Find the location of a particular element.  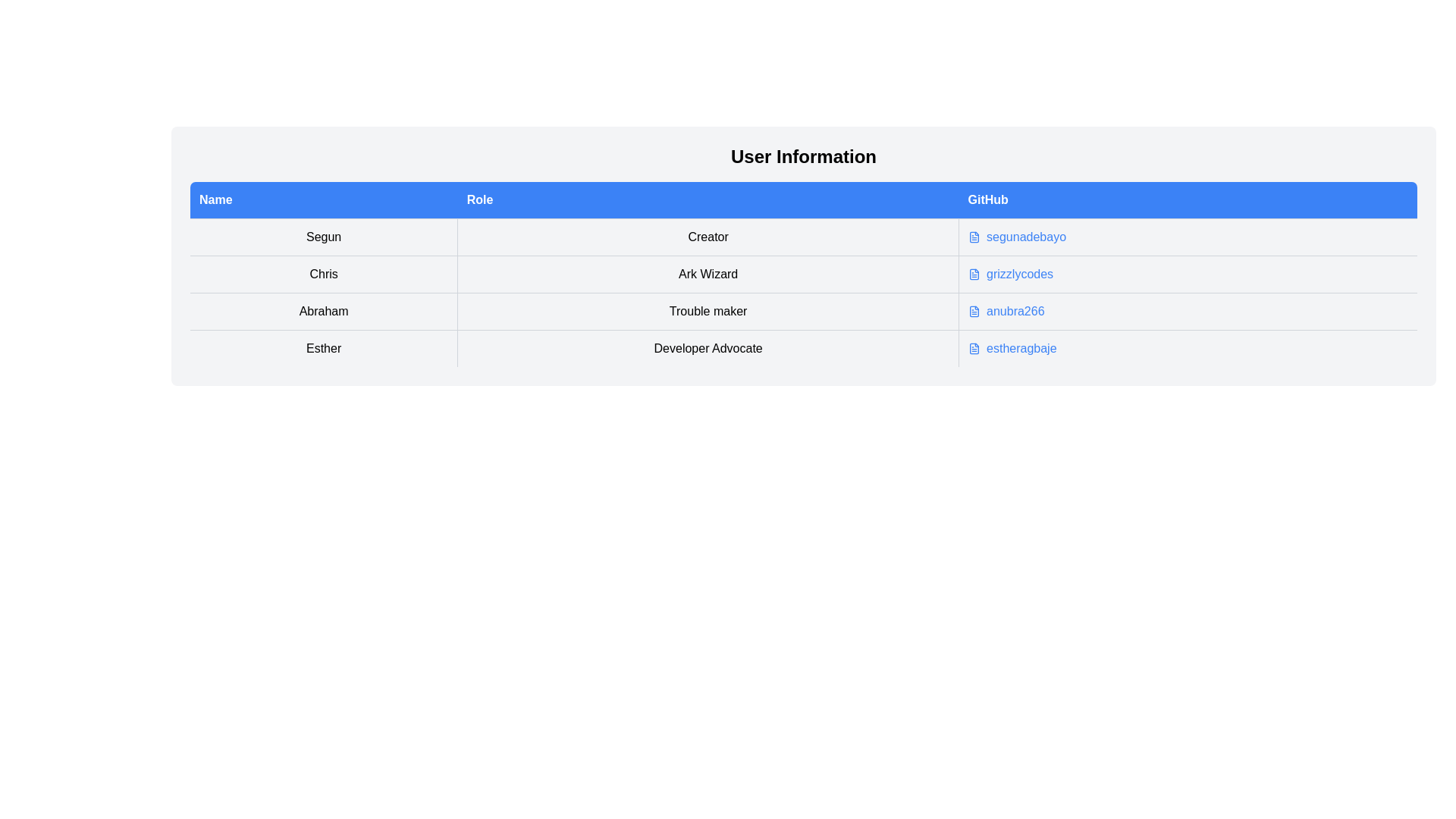

the text label that represents the role or position associated with the user, located in the fourth row under the 'Role' column of the 'User Information' table, positioned between 'Esther' and 'estheragbaje' is located at coordinates (708, 348).